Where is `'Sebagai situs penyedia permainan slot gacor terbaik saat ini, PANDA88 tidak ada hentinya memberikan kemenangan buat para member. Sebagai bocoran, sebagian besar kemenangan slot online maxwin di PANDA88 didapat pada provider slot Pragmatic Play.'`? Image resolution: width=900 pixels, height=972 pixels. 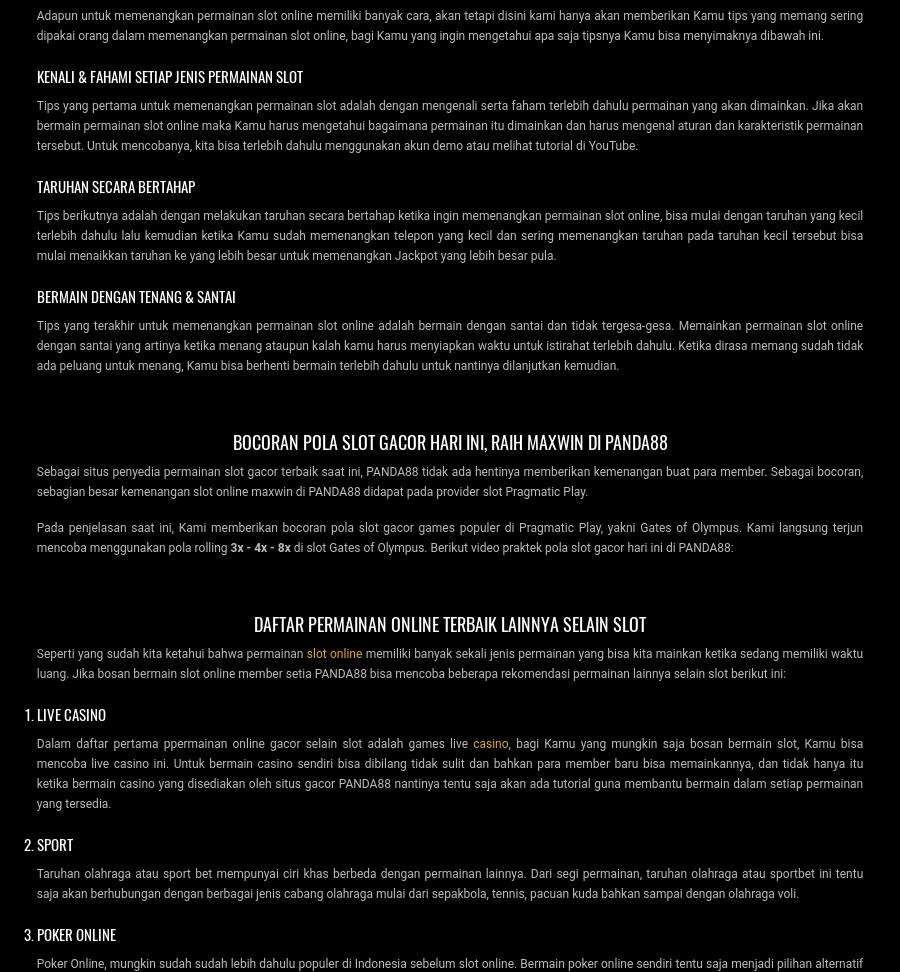 'Sebagai situs penyedia permainan slot gacor terbaik saat ini, PANDA88 tidak ada hentinya memberikan kemenangan buat para member. Sebagai bocoran, sebagian besar kemenangan slot online maxwin di PANDA88 didapat pada provider slot Pragmatic Play.' is located at coordinates (449, 480).